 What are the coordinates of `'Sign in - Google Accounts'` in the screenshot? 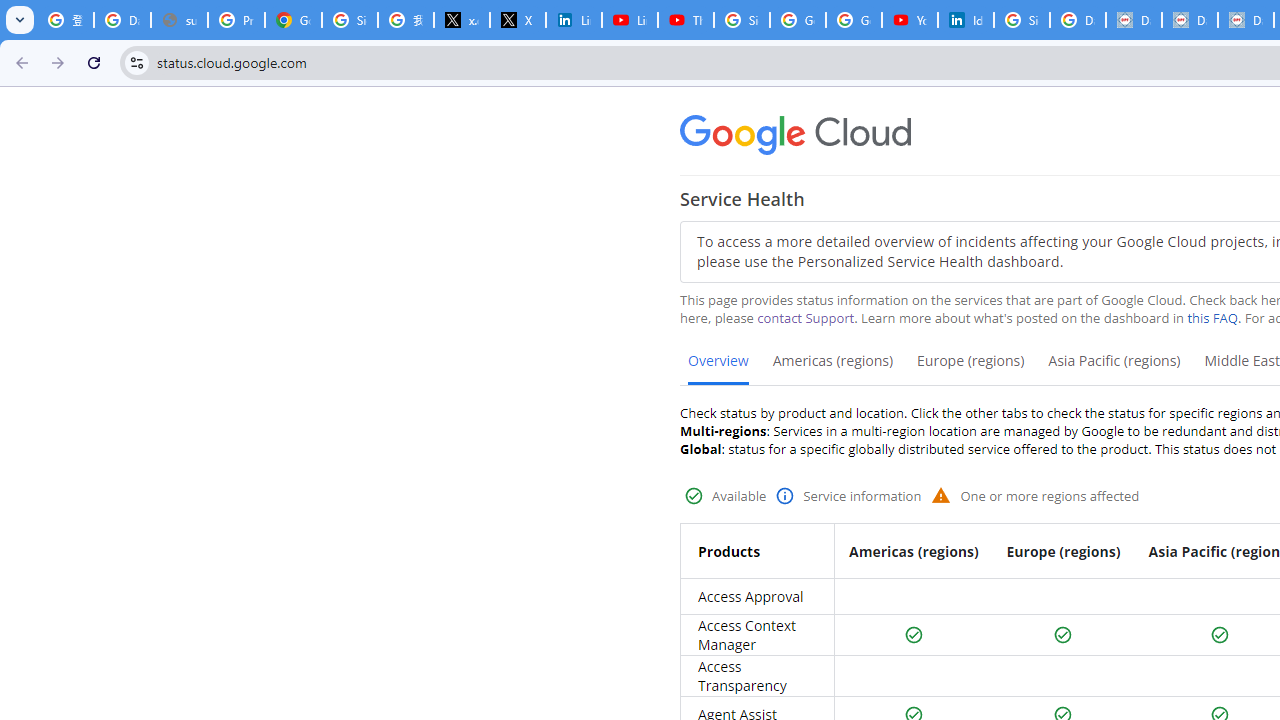 It's located at (1022, 20).